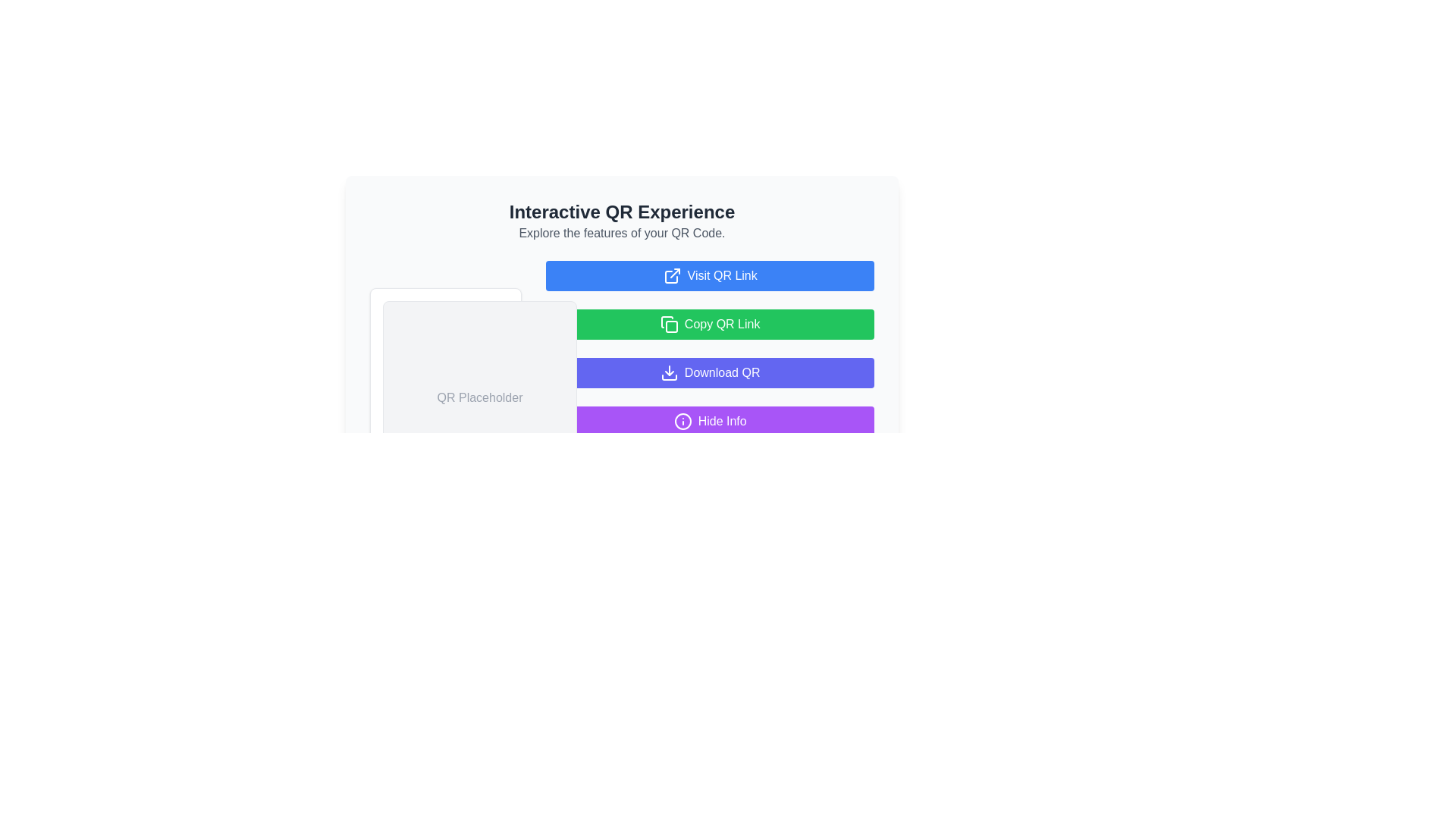  I want to click on the Decorative icon element, which is a small rectangular shape with rounded corners, located near the center-right of the interface, part of a copy icon next to the green 'Copy QR Link' button, so click(670, 326).